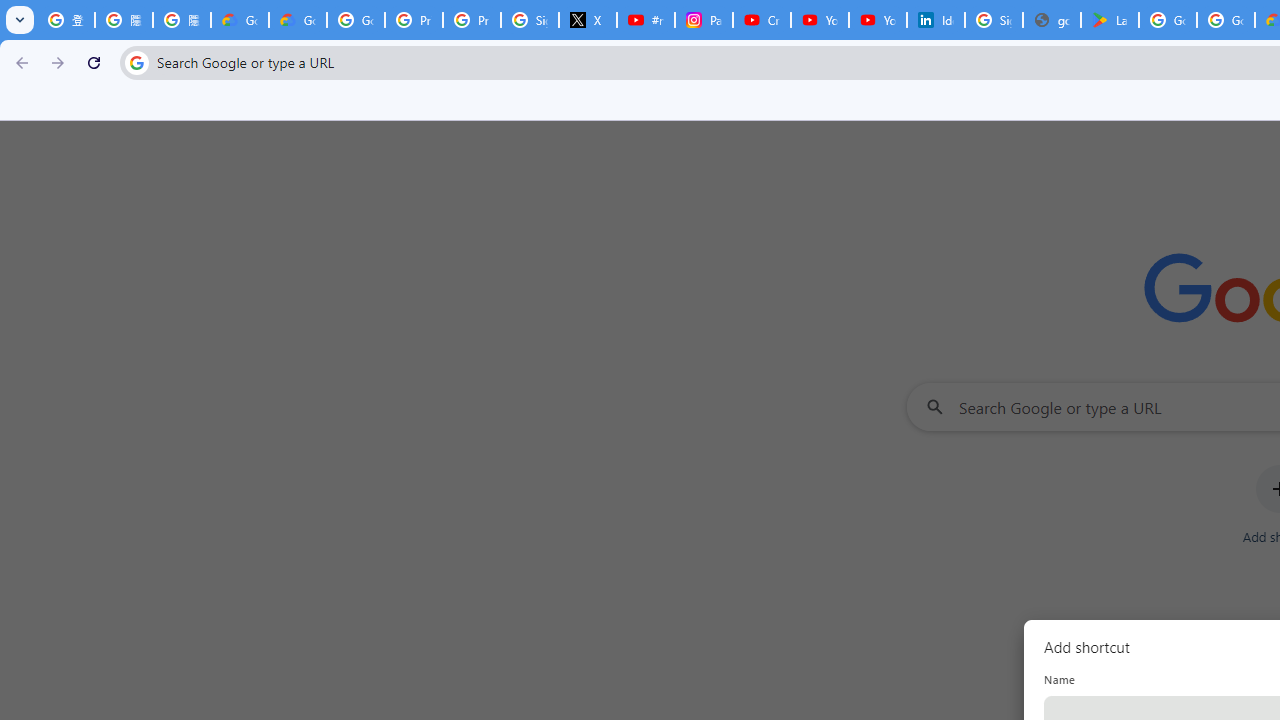 Image resolution: width=1280 pixels, height=720 pixels. I want to click on 'Last Shelter: Survival - Apps on Google Play', so click(1109, 20).